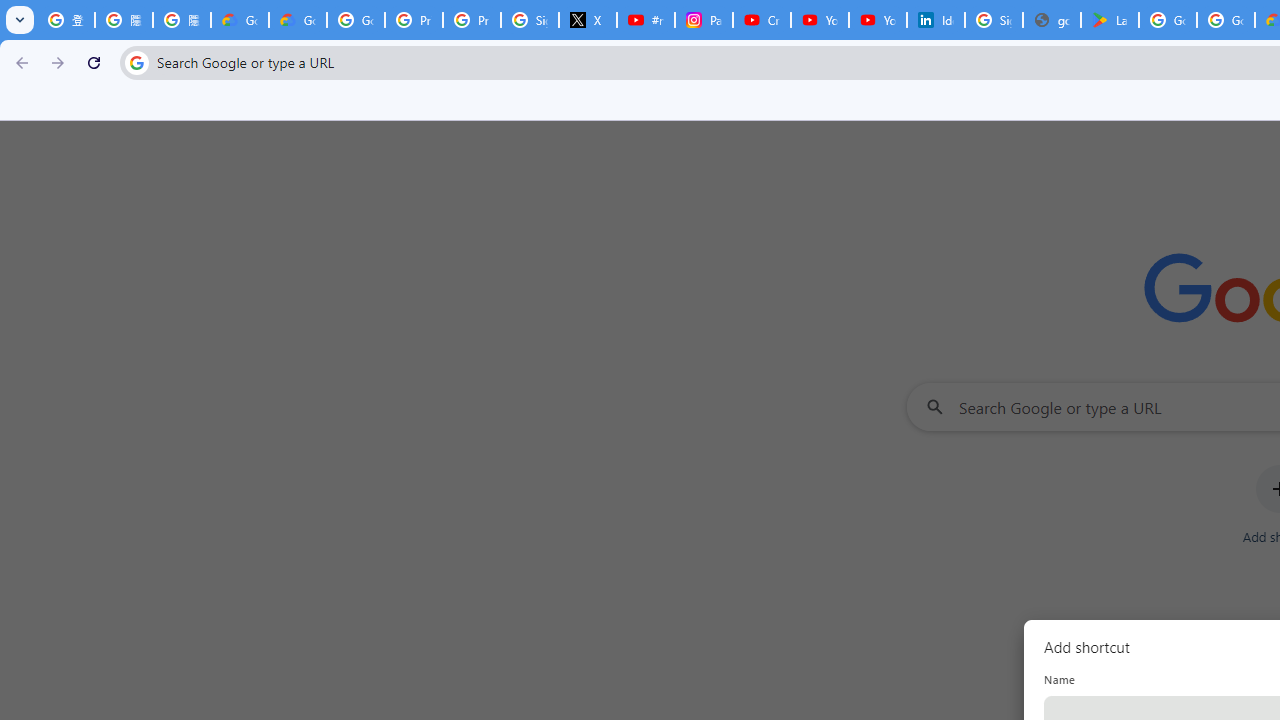 Image resolution: width=1280 pixels, height=720 pixels. I want to click on 'Last Shelter: Survival - Apps on Google Play', so click(1109, 20).